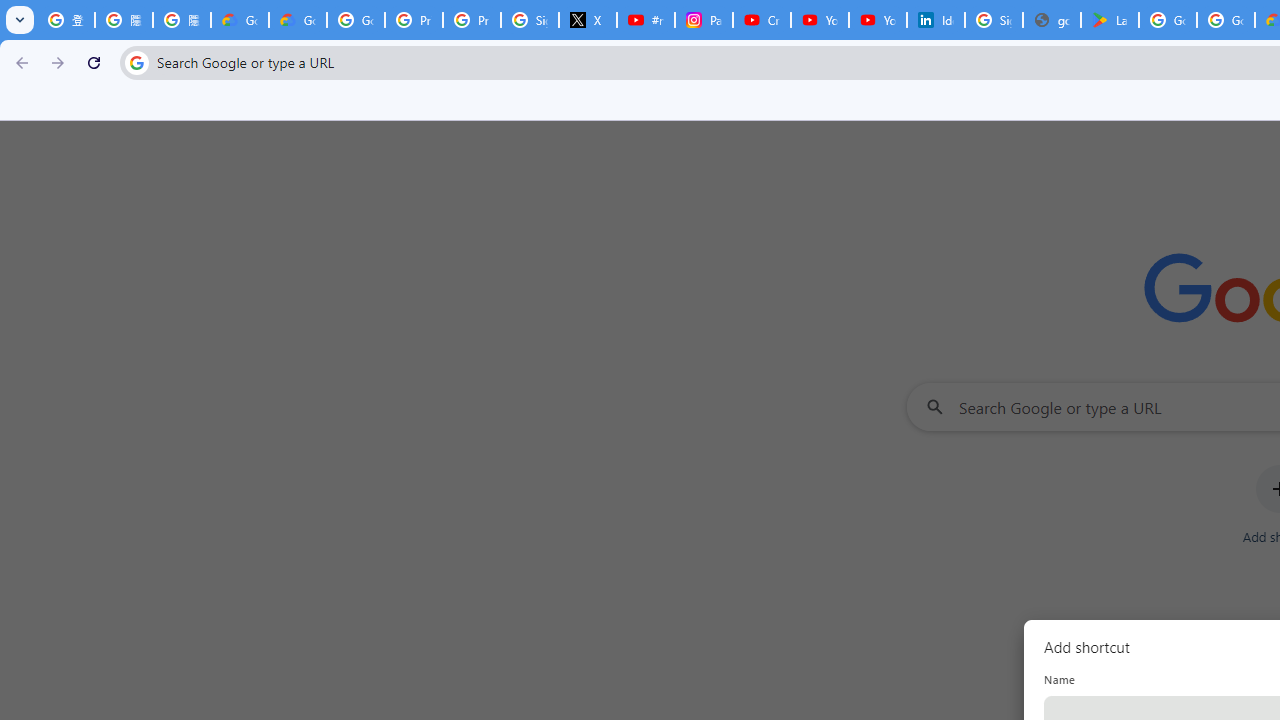 Image resolution: width=1280 pixels, height=720 pixels. I want to click on 'Last Shelter: Survival - Apps on Google Play', so click(1109, 20).